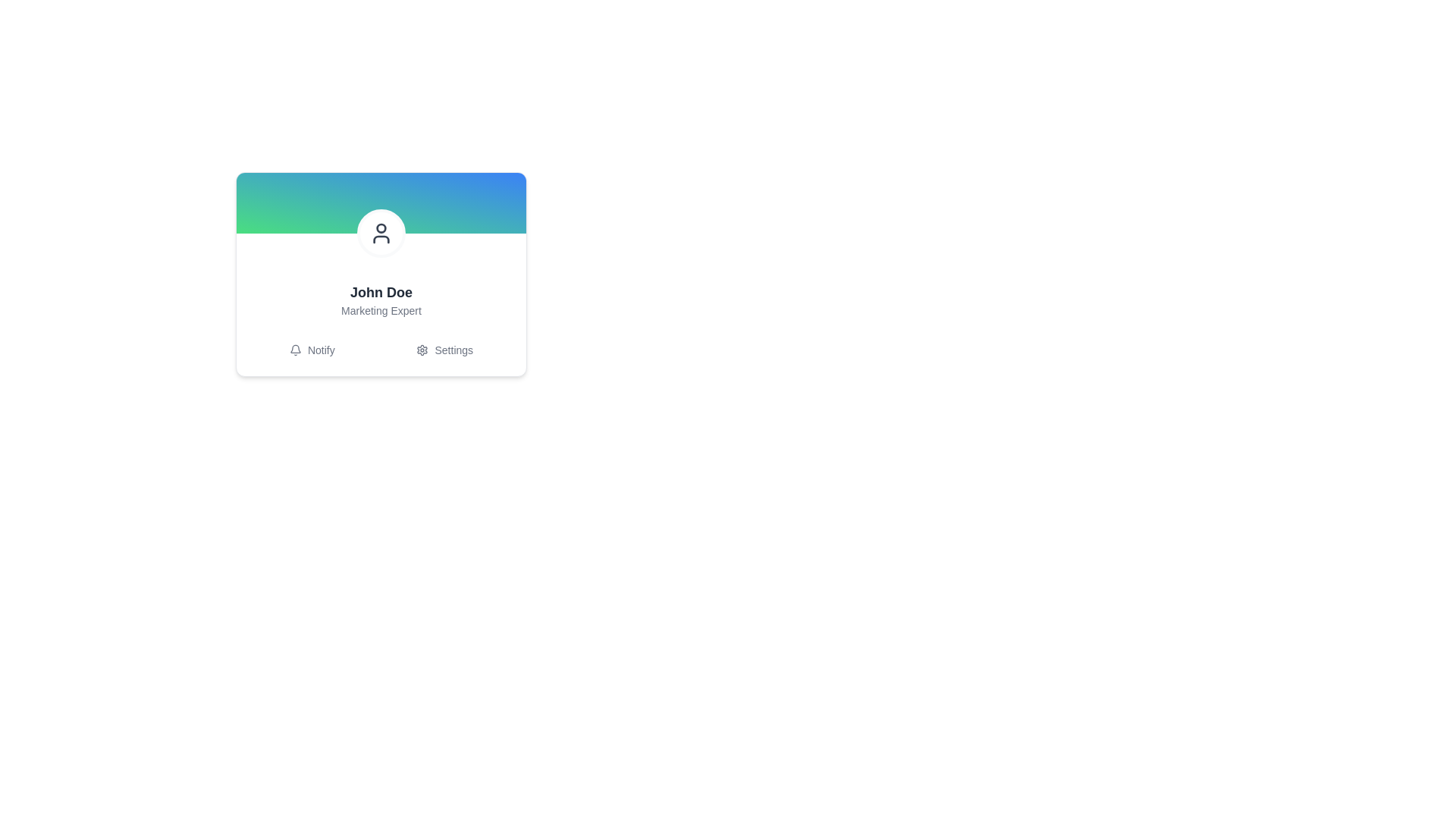  Describe the element at coordinates (422, 350) in the screenshot. I see `the small circular gear icon located to the left of the 'Settings' text label, which is part of the 'Settings' clickable area` at that location.